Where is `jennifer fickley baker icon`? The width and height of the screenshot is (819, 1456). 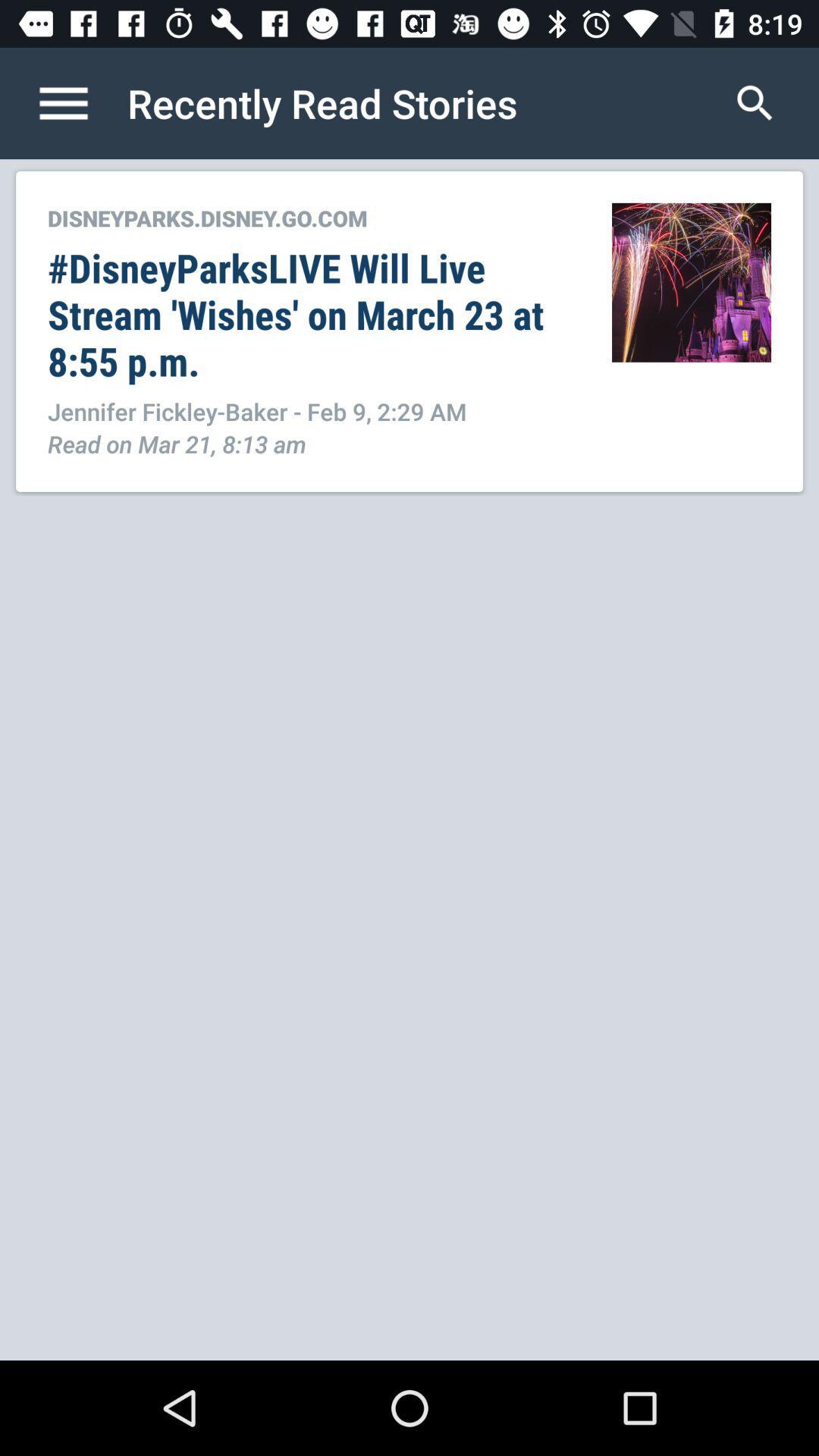
jennifer fickley baker icon is located at coordinates (312, 411).